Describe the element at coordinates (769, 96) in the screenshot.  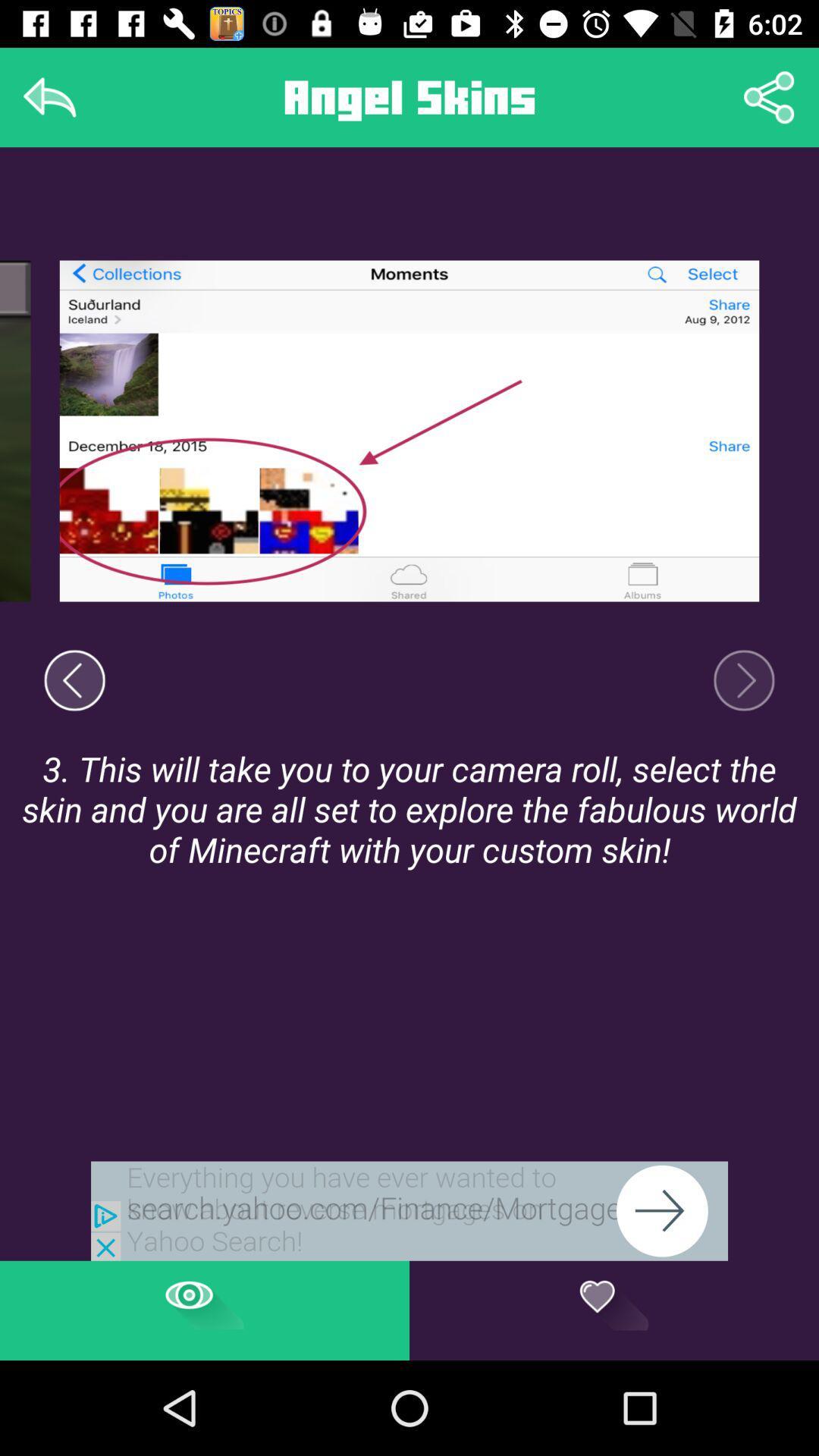
I see `the share icon` at that location.